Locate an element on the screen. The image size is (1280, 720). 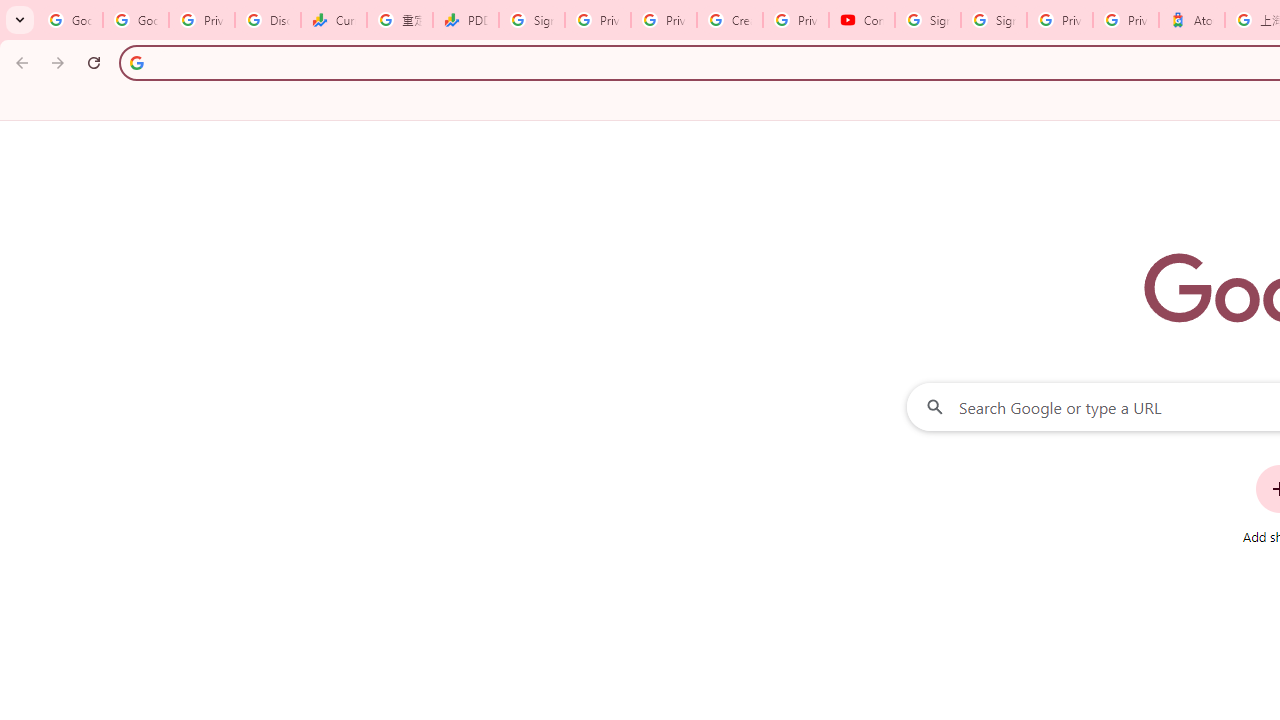
'PDD Holdings Inc - ADR (PDD) Price & News - Google Finance' is located at coordinates (464, 20).